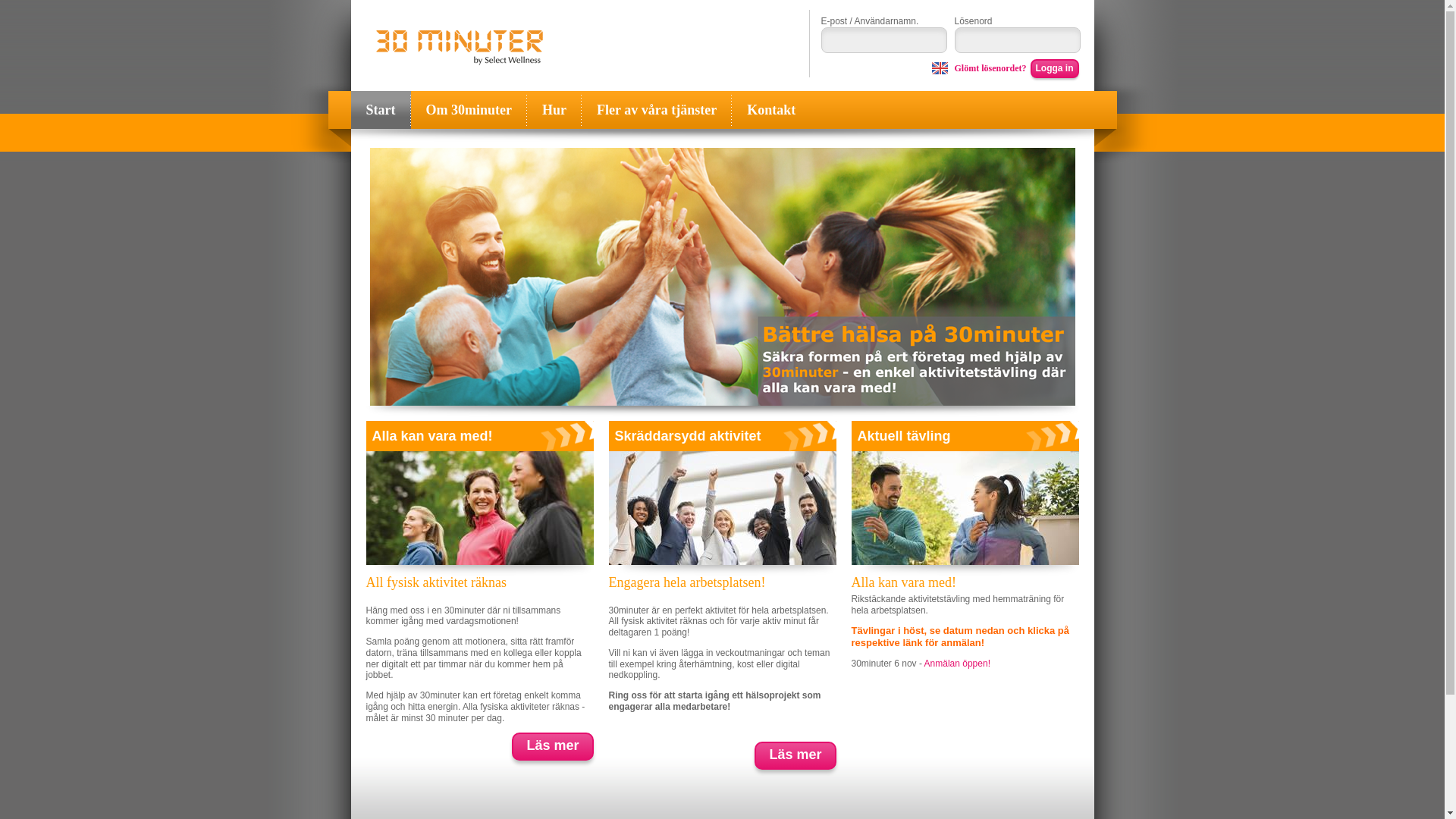 The width and height of the screenshot is (1456, 819). Describe the element at coordinates (458, 46) in the screenshot. I see `'Tillbaka till startsidan'` at that location.